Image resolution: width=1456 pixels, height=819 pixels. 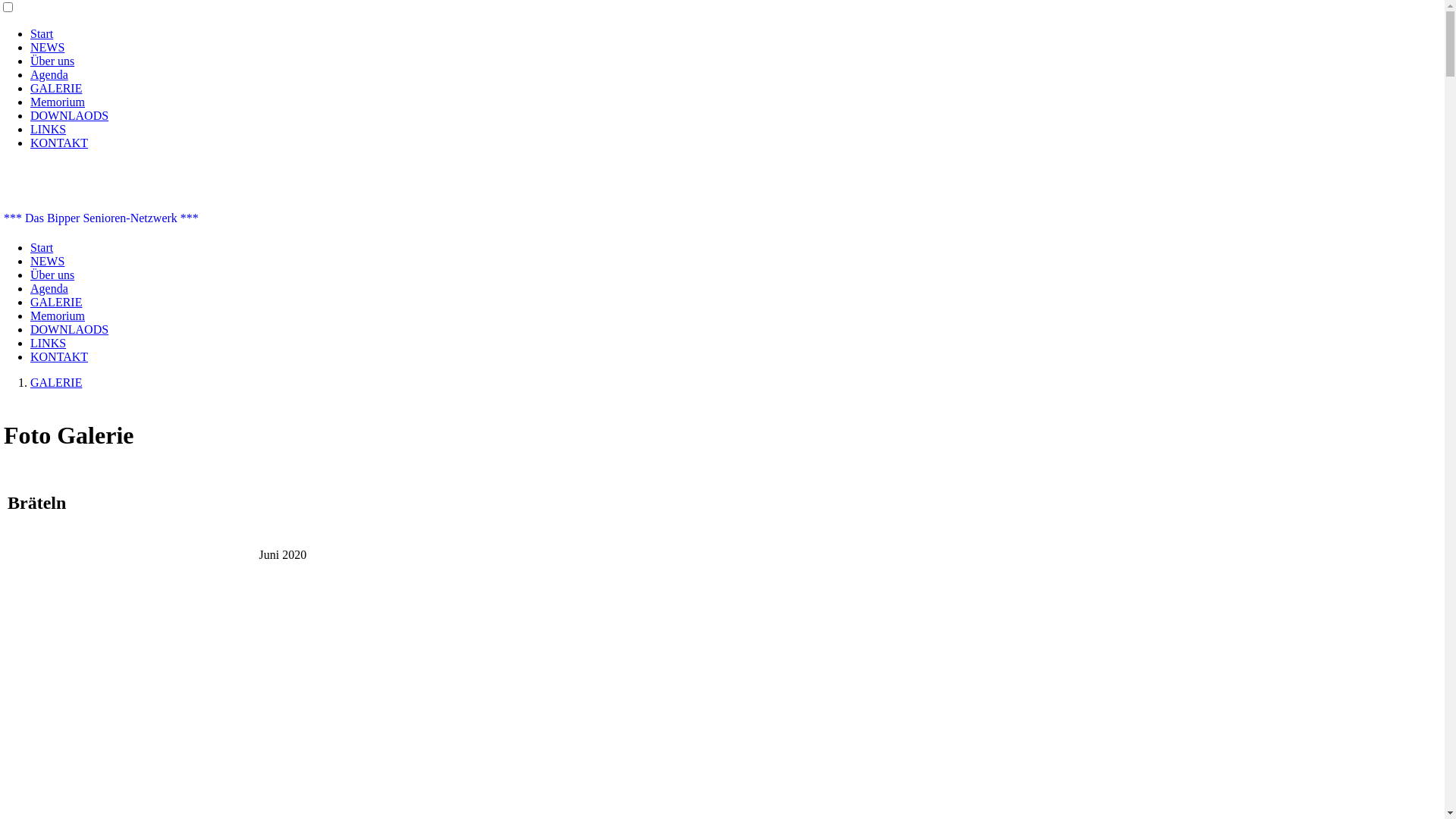 I want to click on 'DOWNLAODS', so click(x=68, y=328).